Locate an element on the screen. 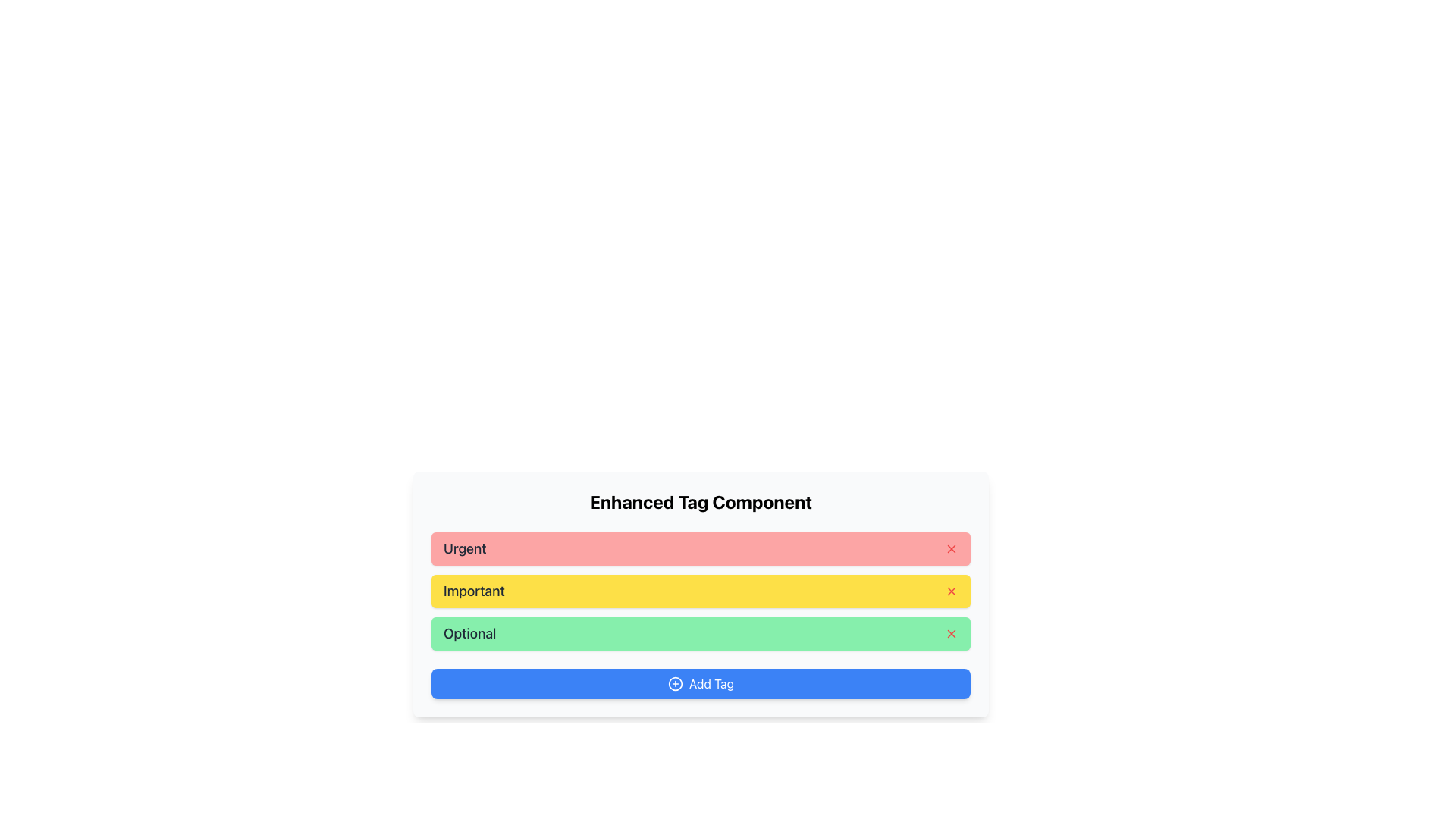  keyboard navigation is located at coordinates (950, 634).